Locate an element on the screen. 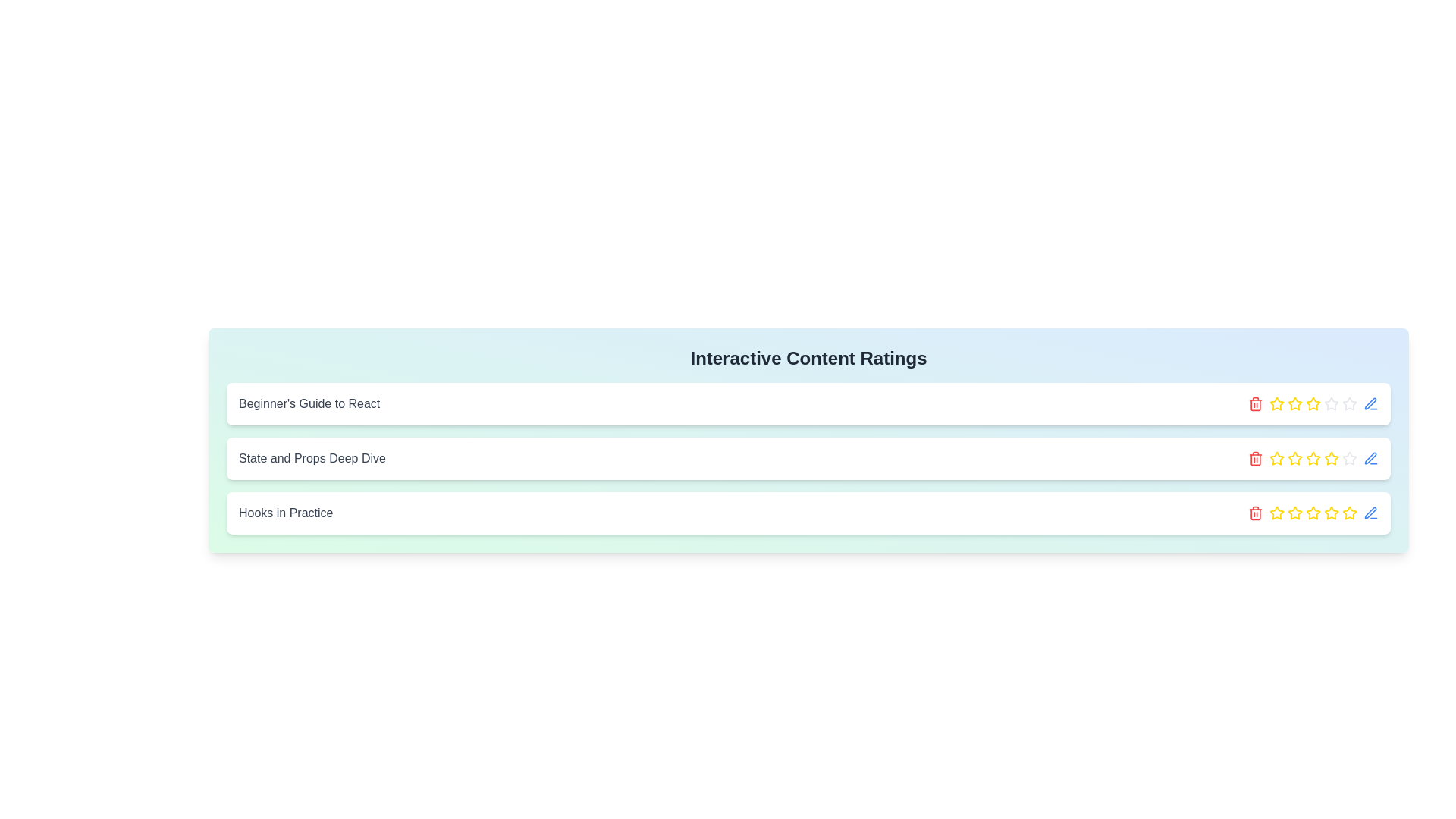 The image size is (1456, 819). the fourth rating star icon for the 'State and Props Deep Dive' section is located at coordinates (1313, 403).